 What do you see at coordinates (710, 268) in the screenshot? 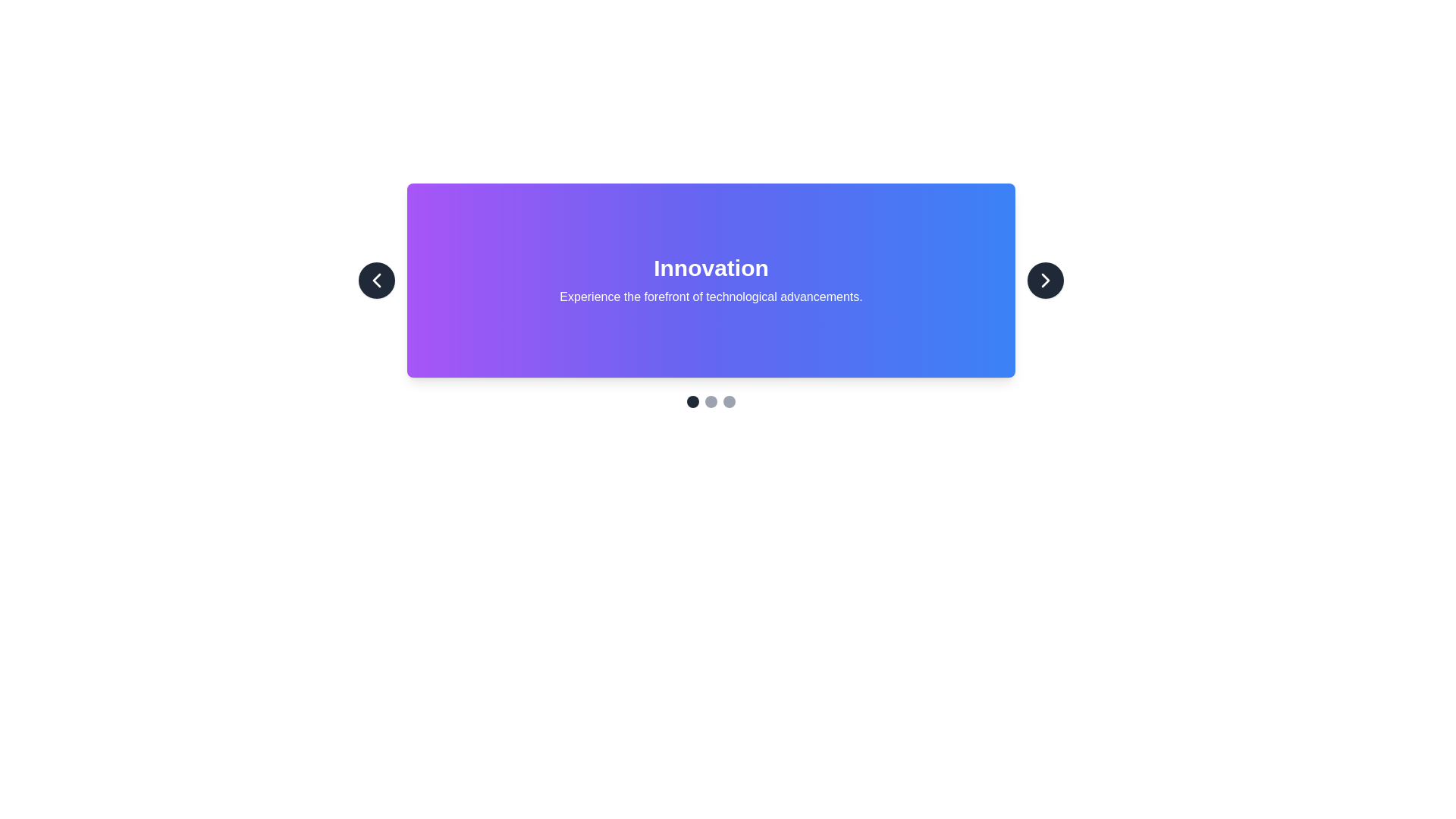
I see `the Text Label that serves as a title or heading, positioned above a smaller text element indicating technological advancements` at bounding box center [710, 268].